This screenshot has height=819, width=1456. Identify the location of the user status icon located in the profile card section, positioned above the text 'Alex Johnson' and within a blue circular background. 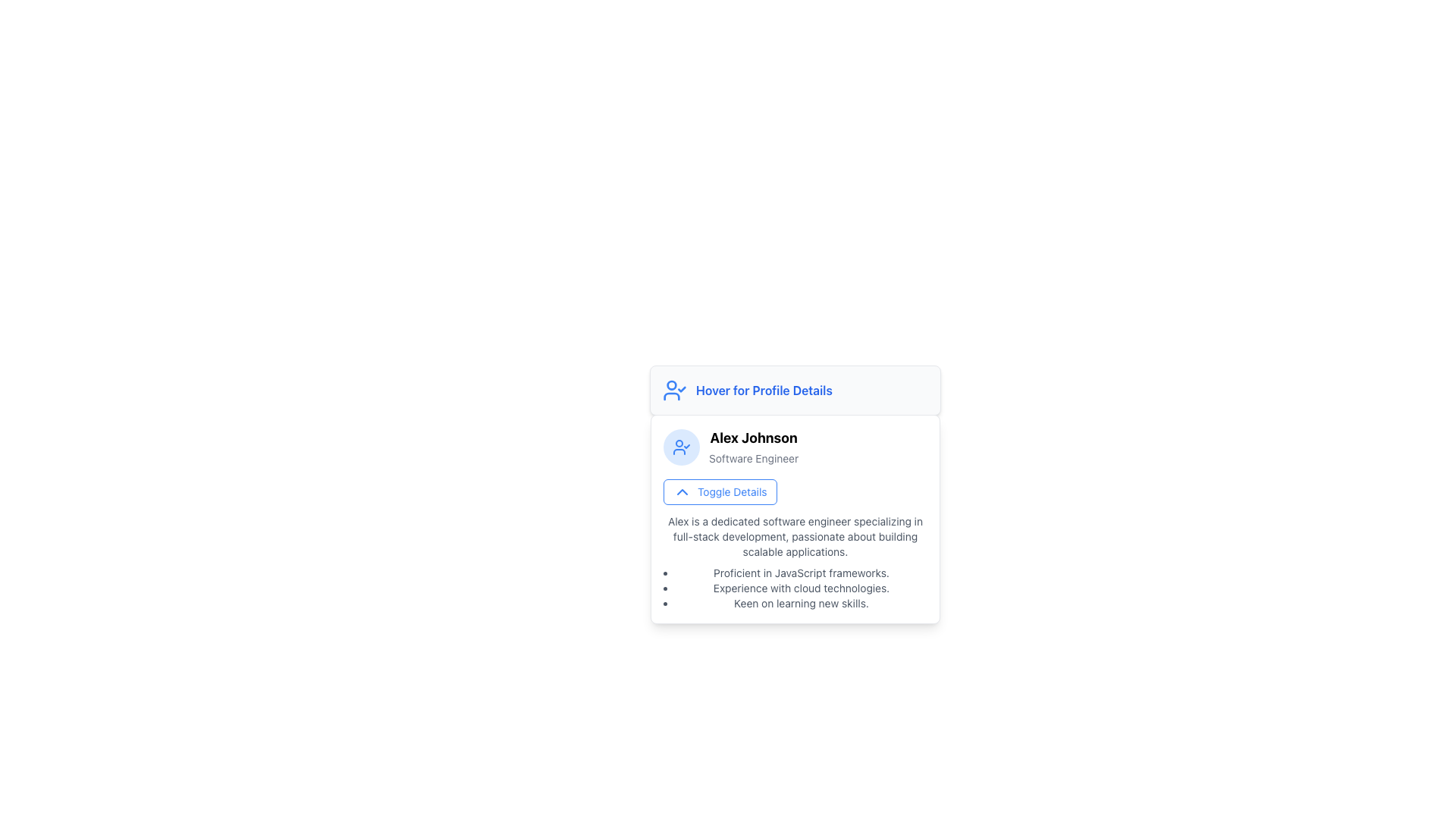
(680, 447).